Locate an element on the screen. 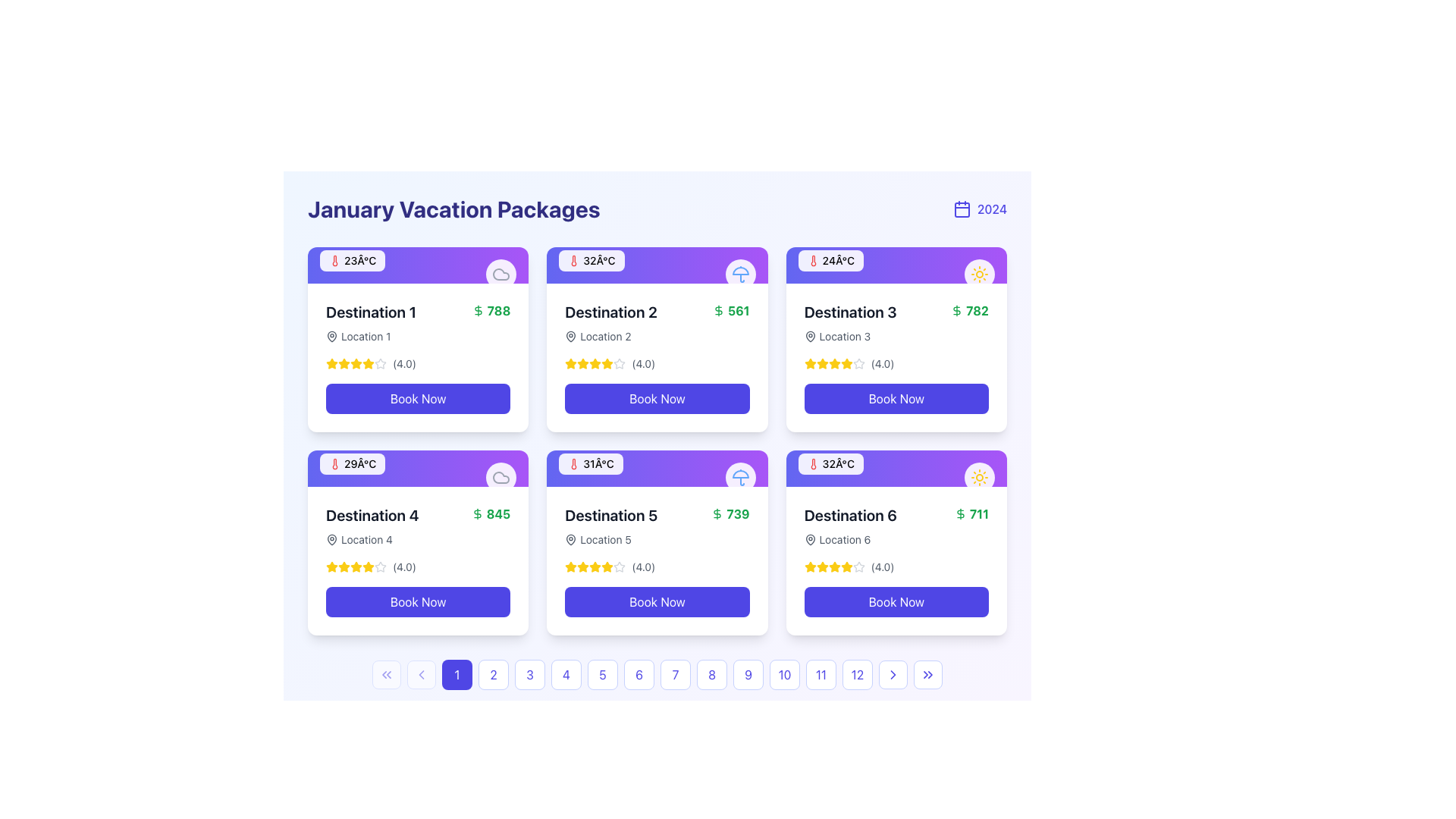  the Temperature Display Widget displaying '32Â°C' with a red thermometer icon, located in the top-left corner of the purple header area of the 'Destination 2' card is located at coordinates (591, 259).